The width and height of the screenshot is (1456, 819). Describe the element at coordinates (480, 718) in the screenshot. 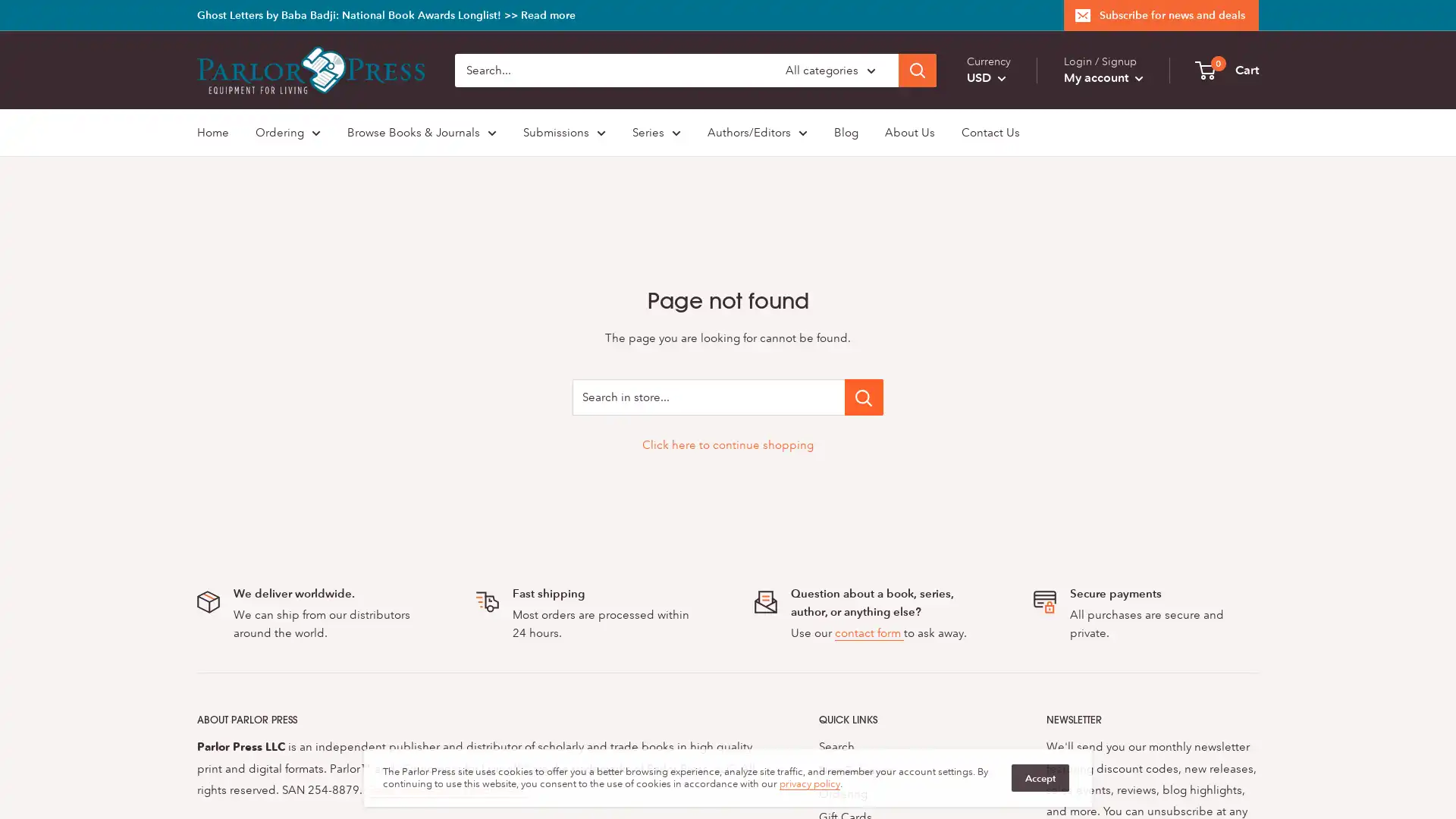

I see `ABOUT PARLOR PRESS` at that location.